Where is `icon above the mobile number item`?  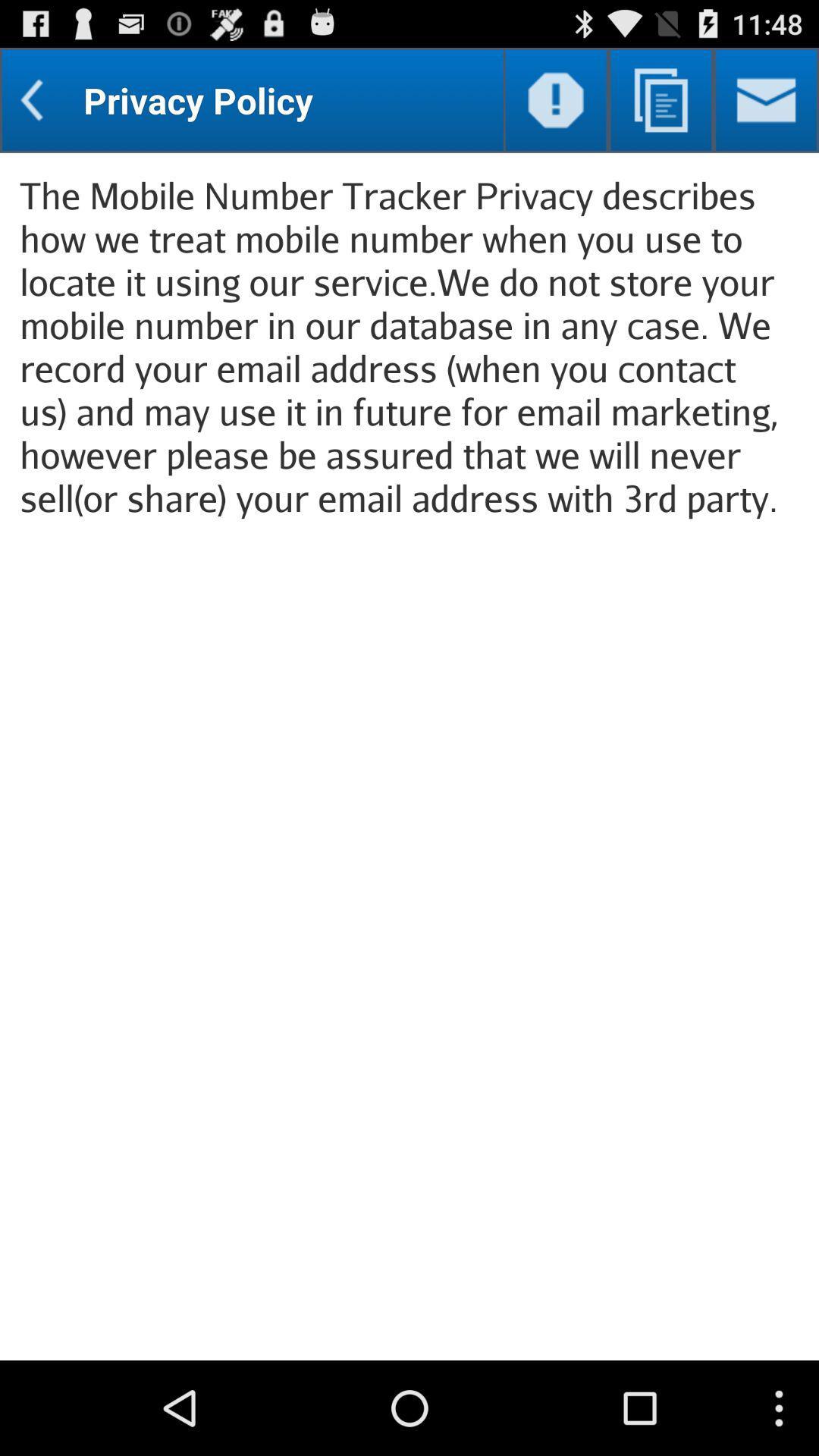
icon above the mobile number item is located at coordinates (556, 99).